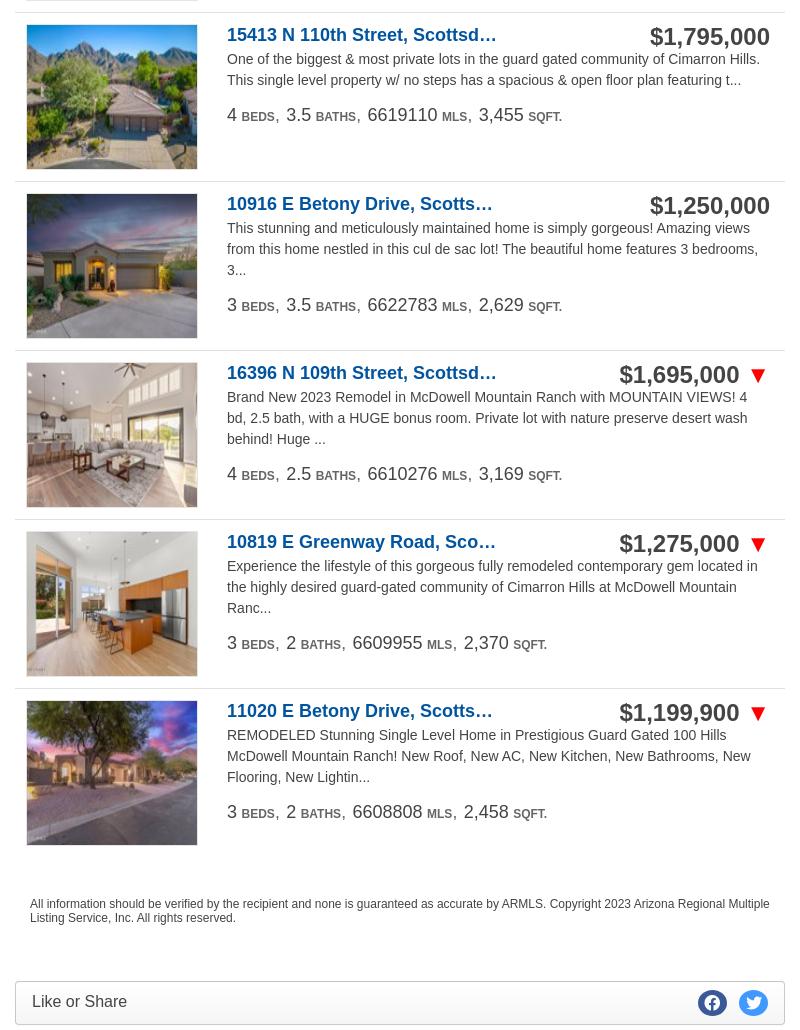  I want to click on '2,370', so click(485, 640).